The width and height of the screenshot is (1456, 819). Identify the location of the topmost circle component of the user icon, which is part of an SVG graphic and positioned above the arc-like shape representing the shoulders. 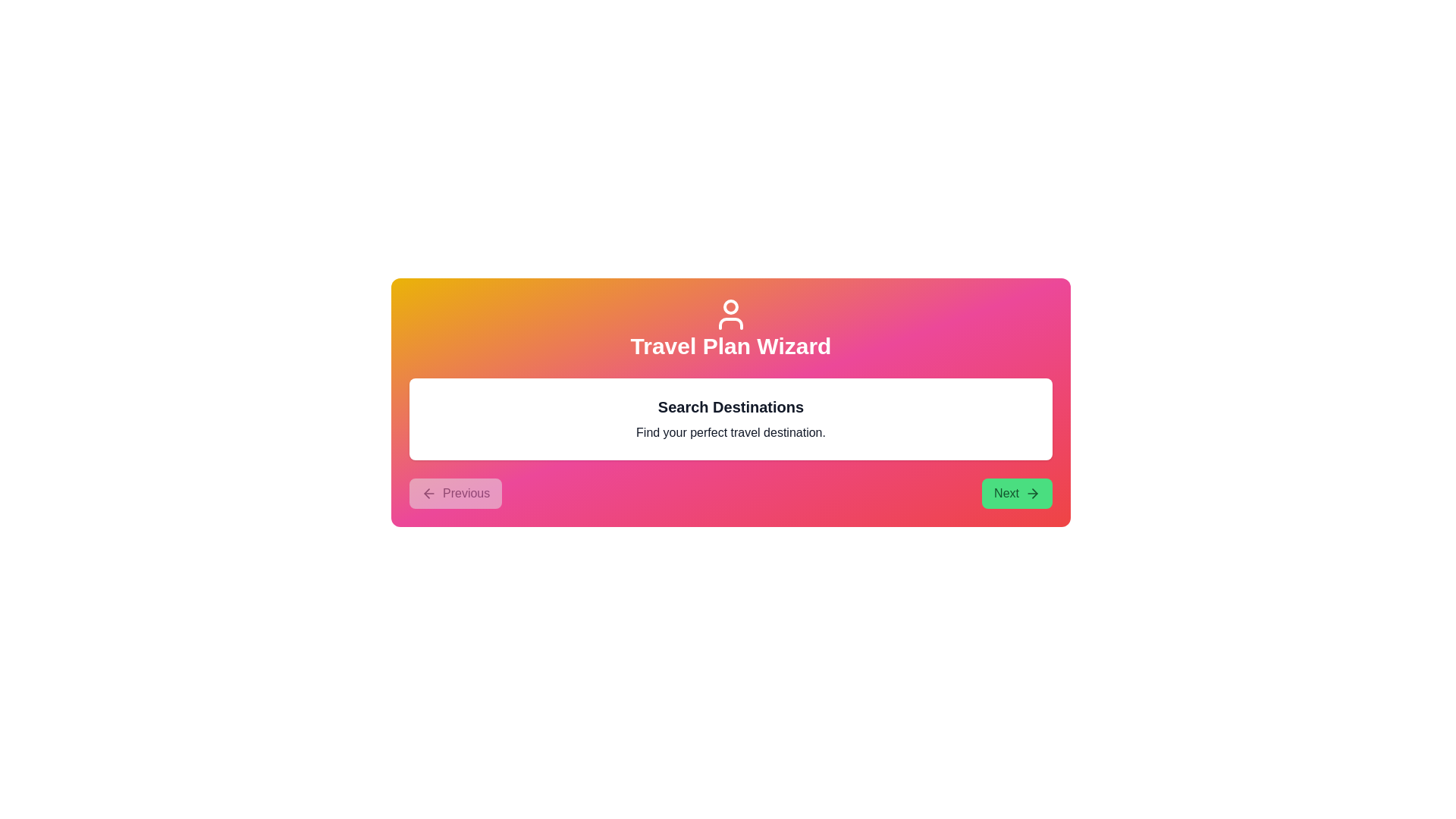
(731, 307).